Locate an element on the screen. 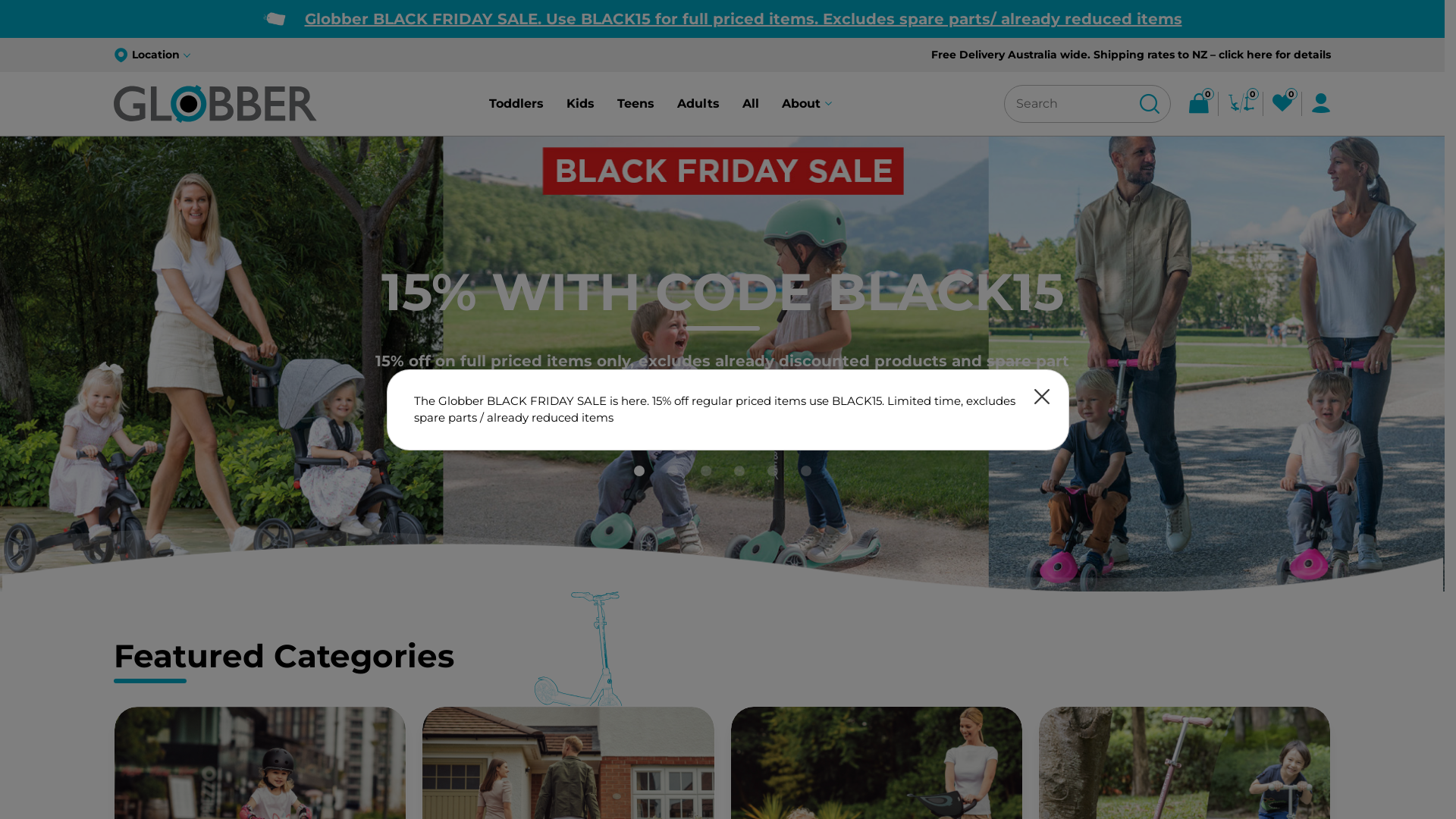  'About' is located at coordinates (806, 103).